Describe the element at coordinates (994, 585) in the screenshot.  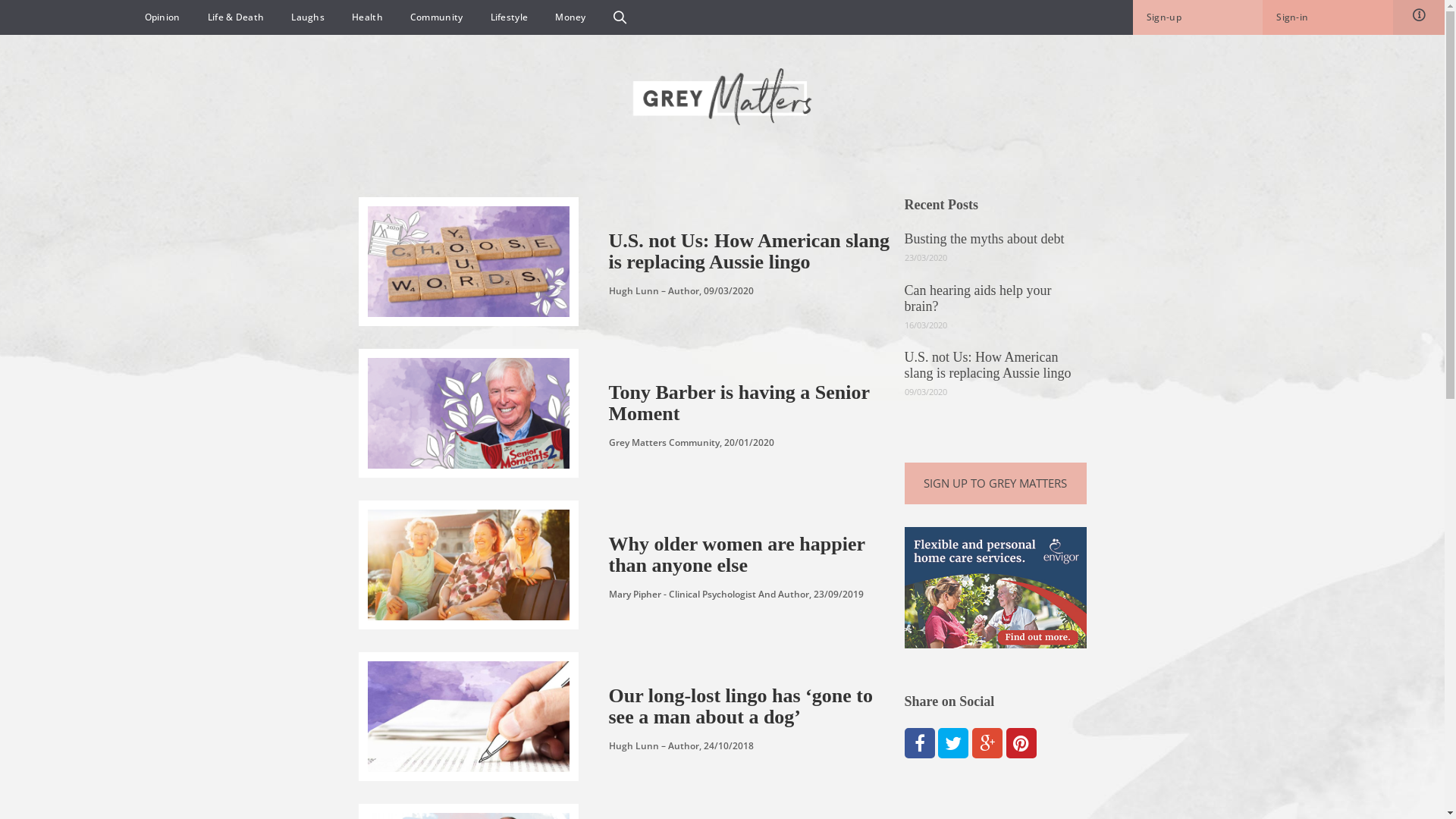
I see `'Envigor_Display ads_Grey Matters_v2'` at that location.